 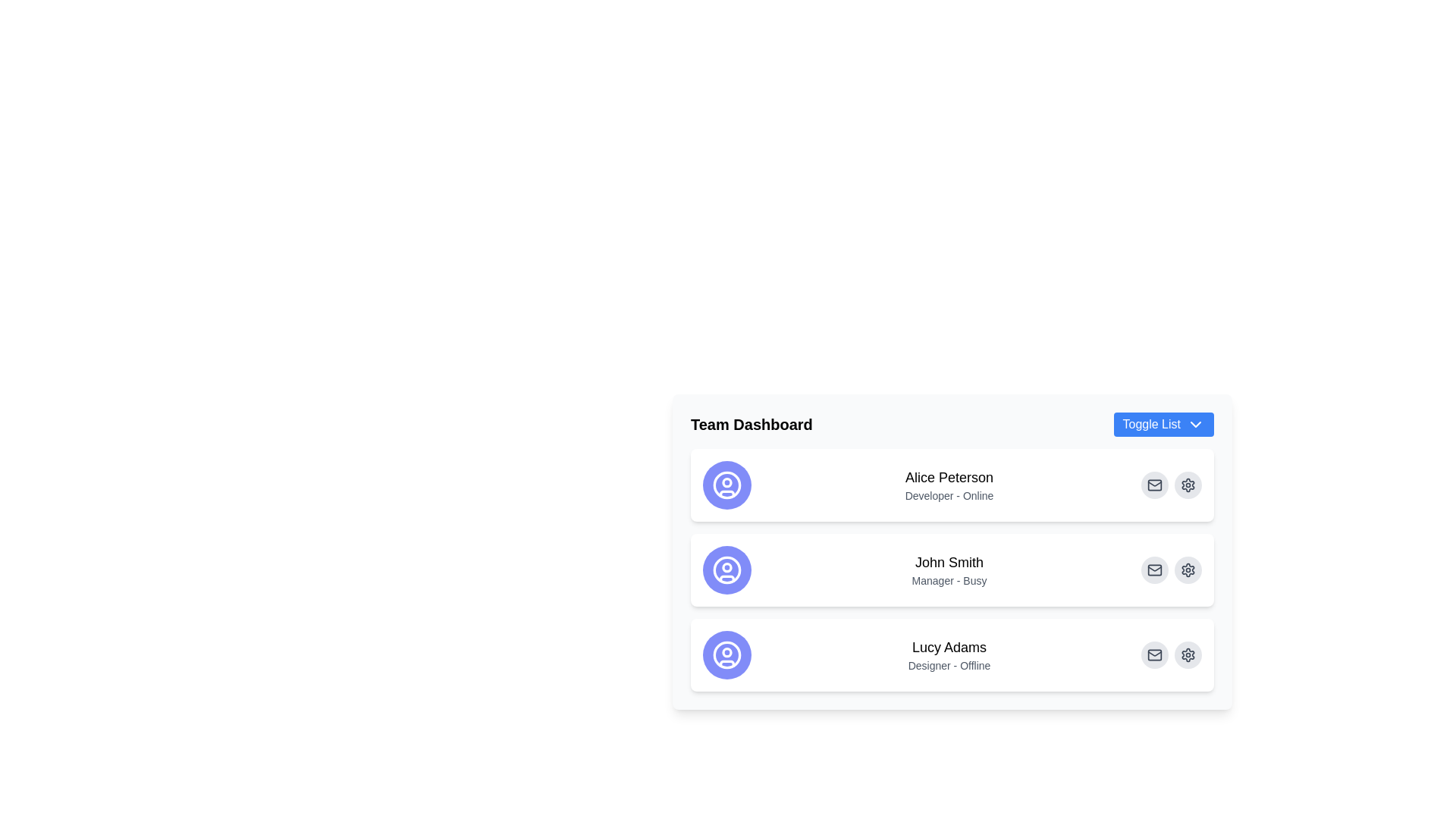 What do you see at coordinates (949, 562) in the screenshot?
I see `name displayed in the second entry of the user list in the 'Team Dashboard', located above the text 'Manager - Busy' and to the right of the user avatar icon` at bounding box center [949, 562].